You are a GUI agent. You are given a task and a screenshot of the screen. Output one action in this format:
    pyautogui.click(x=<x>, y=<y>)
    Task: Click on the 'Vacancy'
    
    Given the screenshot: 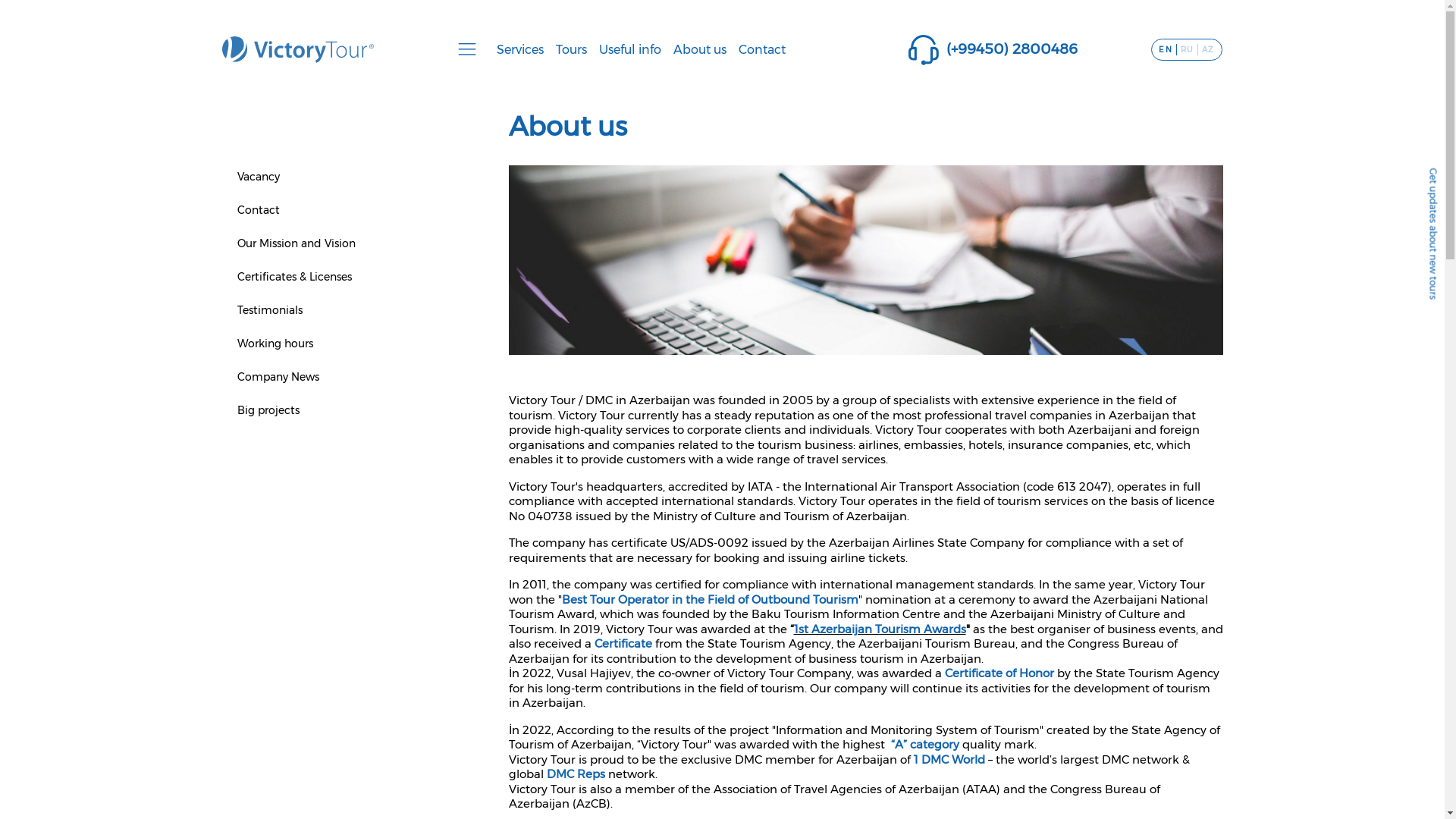 What is the action you would take?
    pyautogui.click(x=258, y=175)
    